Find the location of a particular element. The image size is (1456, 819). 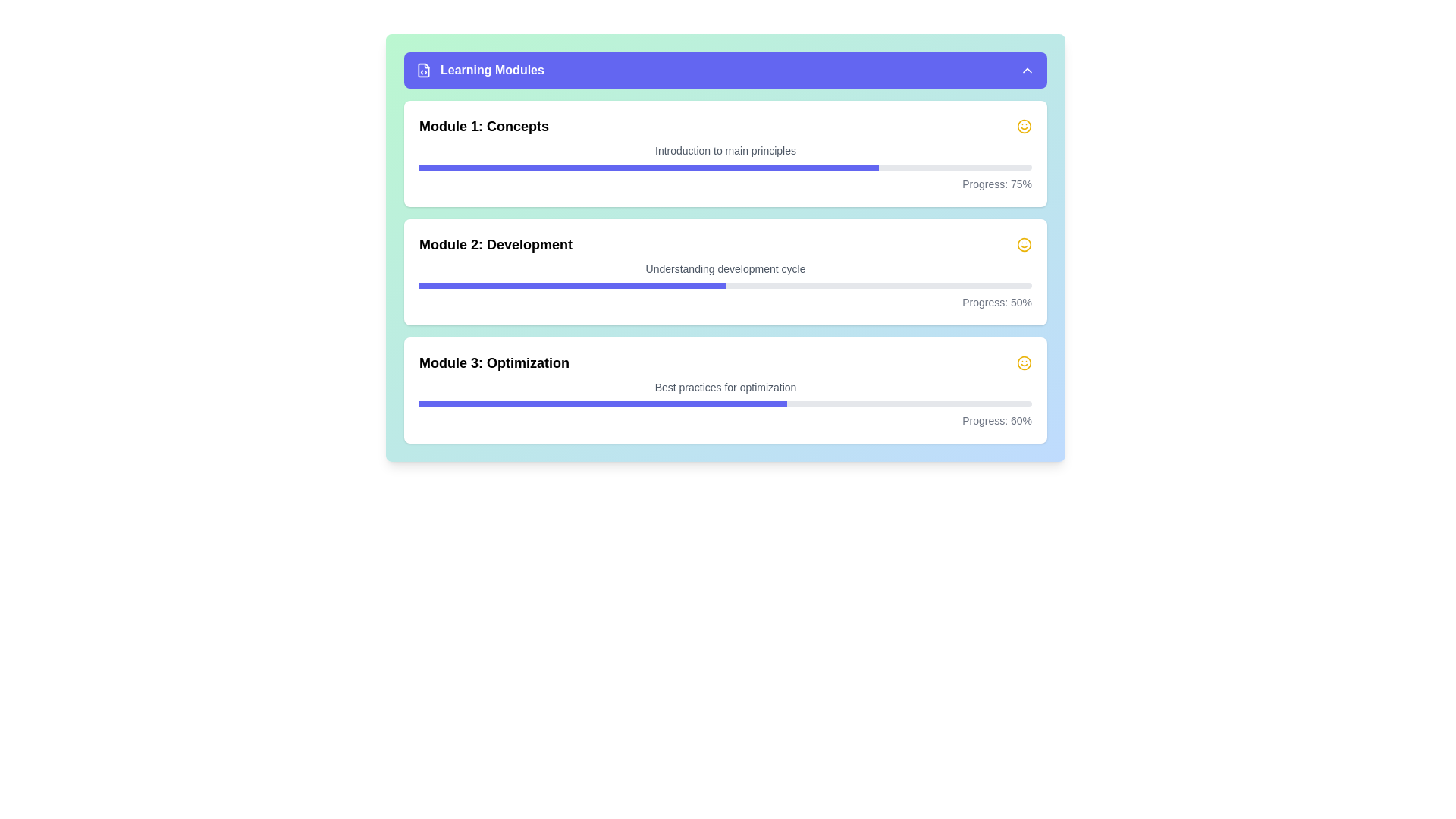

the progress visually on the horizontal progress bar with a light-gray background and indigo filled segment, located within the 'Module 2: Development' card is located at coordinates (724, 286).